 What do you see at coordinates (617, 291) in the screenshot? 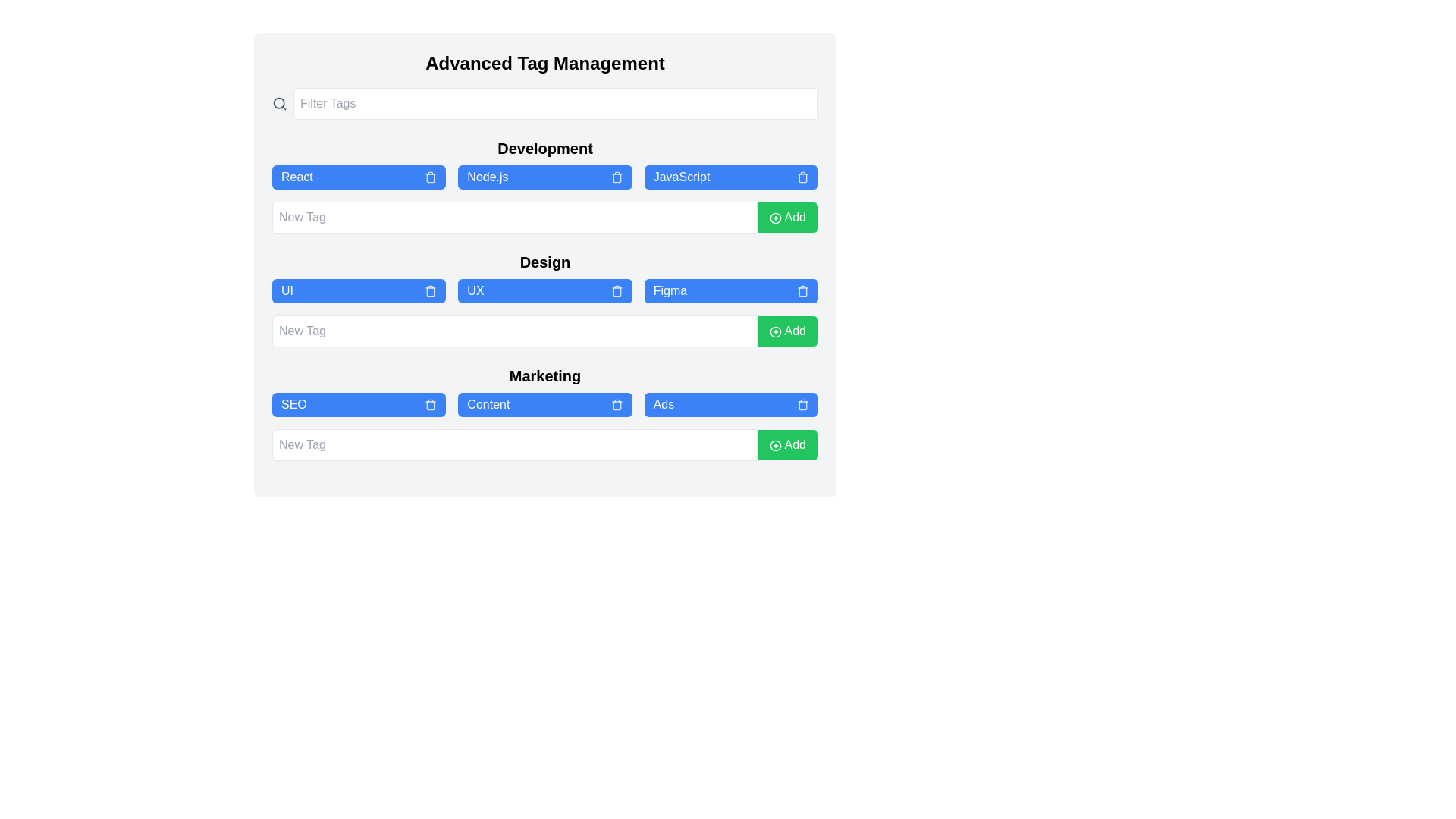
I see `the trash can icon button, which is styled in white on a semi-transparent blue button, located in the 'Design' category to the right of the 'UX' label` at bounding box center [617, 291].